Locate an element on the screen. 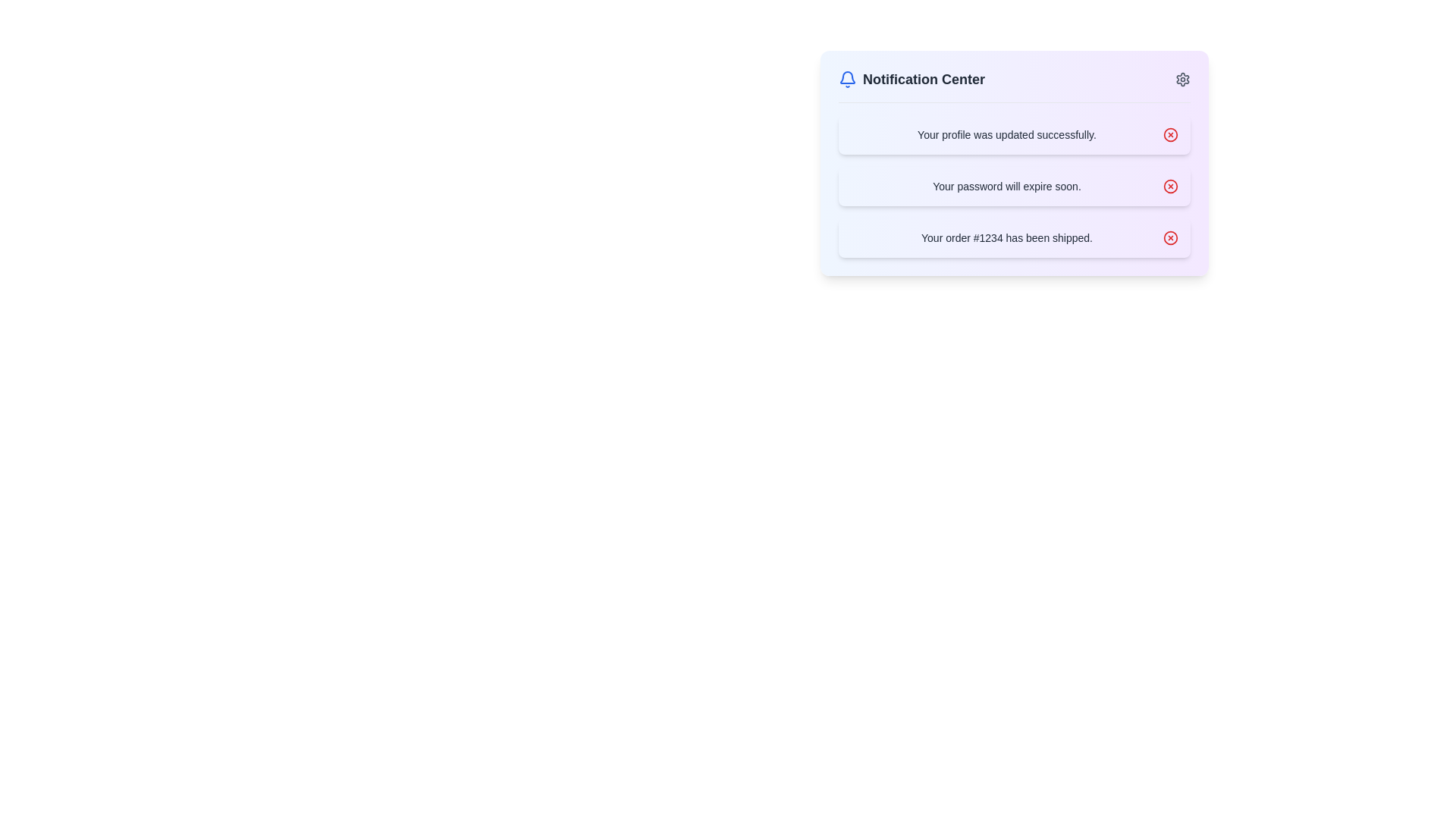 This screenshot has height=819, width=1456. the second notification item in the Notification Center is located at coordinates (1015, 186).